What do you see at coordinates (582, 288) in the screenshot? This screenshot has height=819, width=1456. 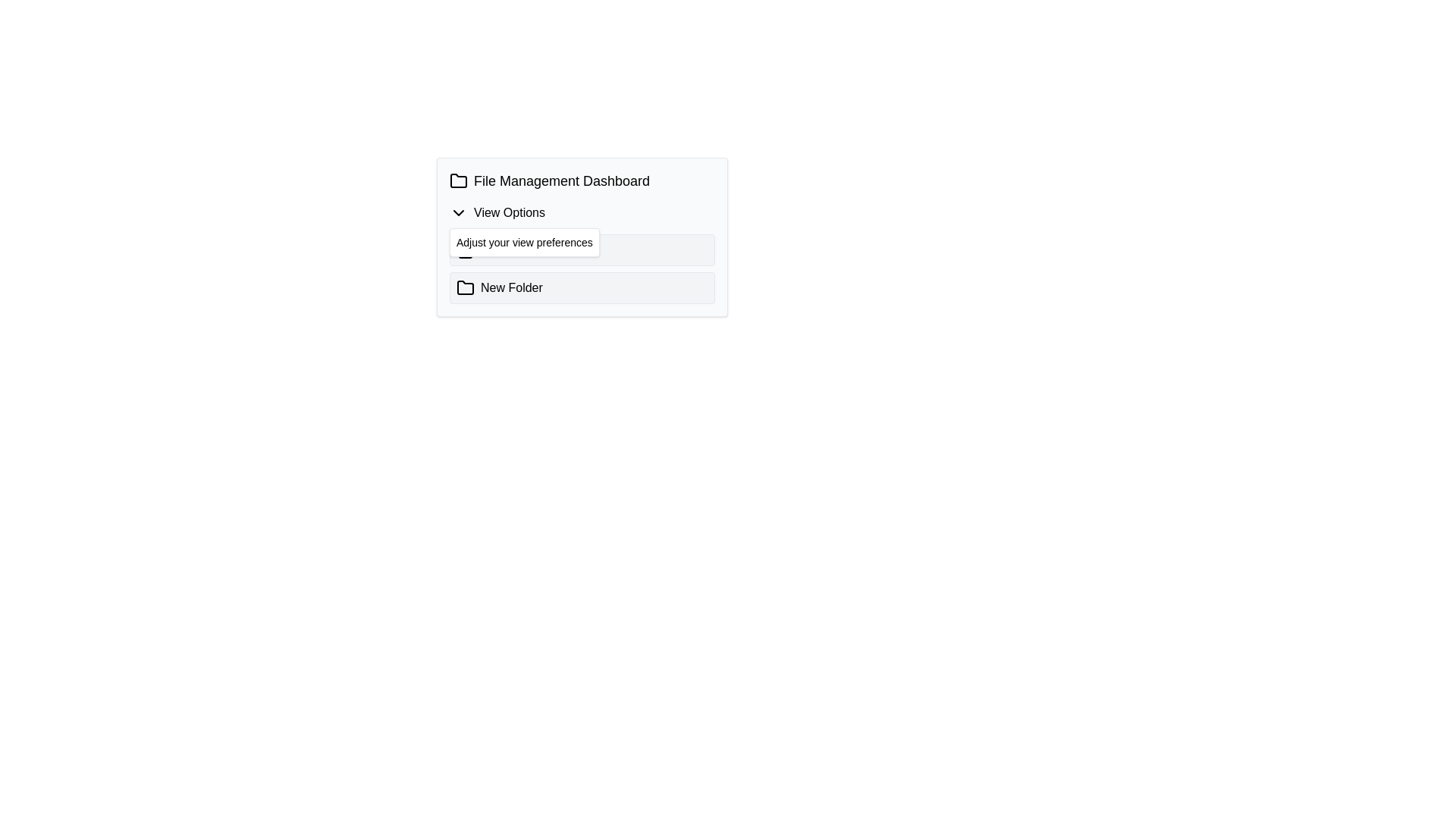 I see `the 'New Folder' button, which is the second button in a vertically-stacked group, located towards the middle-right of the interface` at bounding box center [582, 288].